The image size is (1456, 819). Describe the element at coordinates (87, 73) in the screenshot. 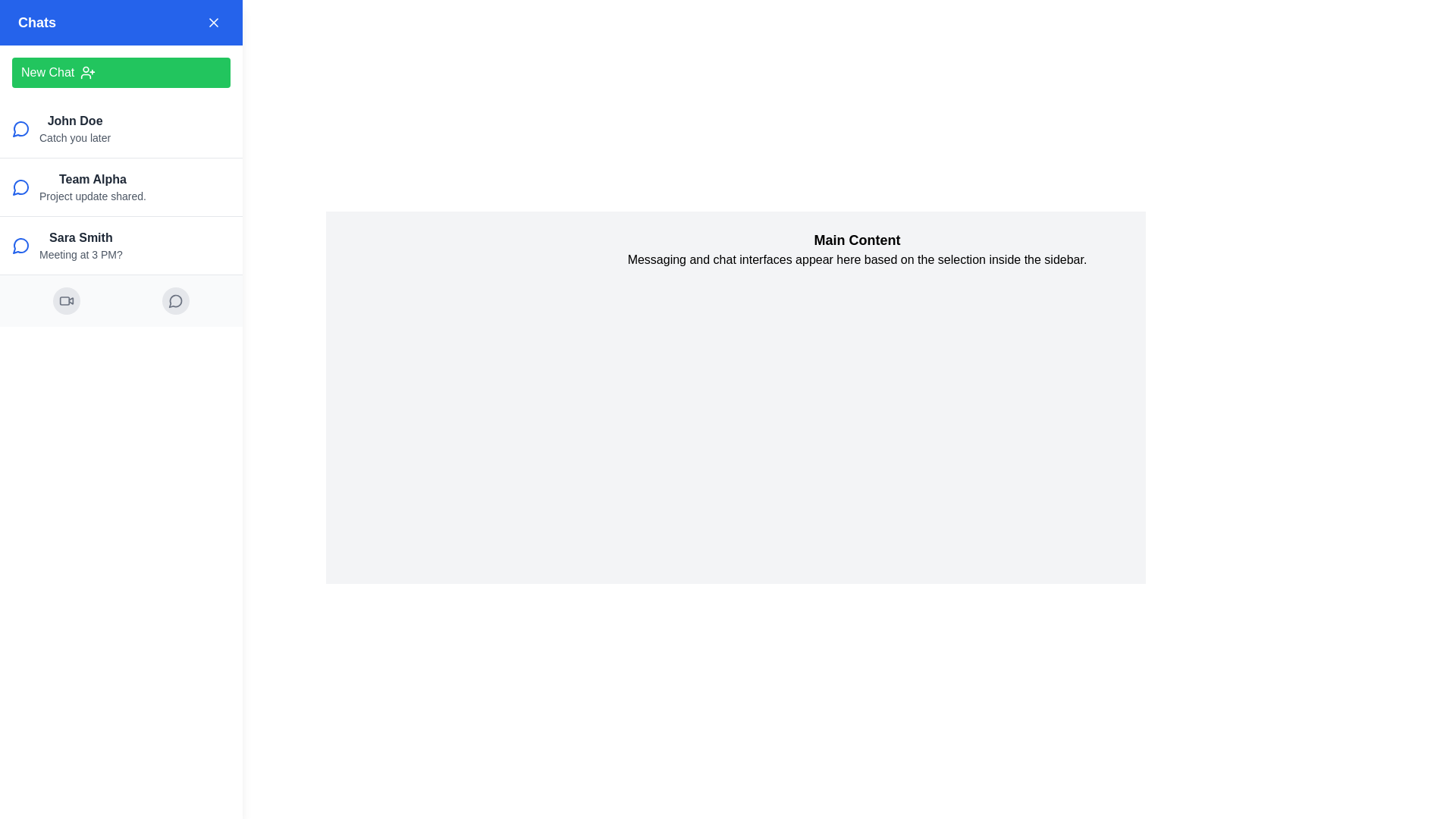

I see `the user icon with a plus sign located inside the green 'New Chat' button` at that location.